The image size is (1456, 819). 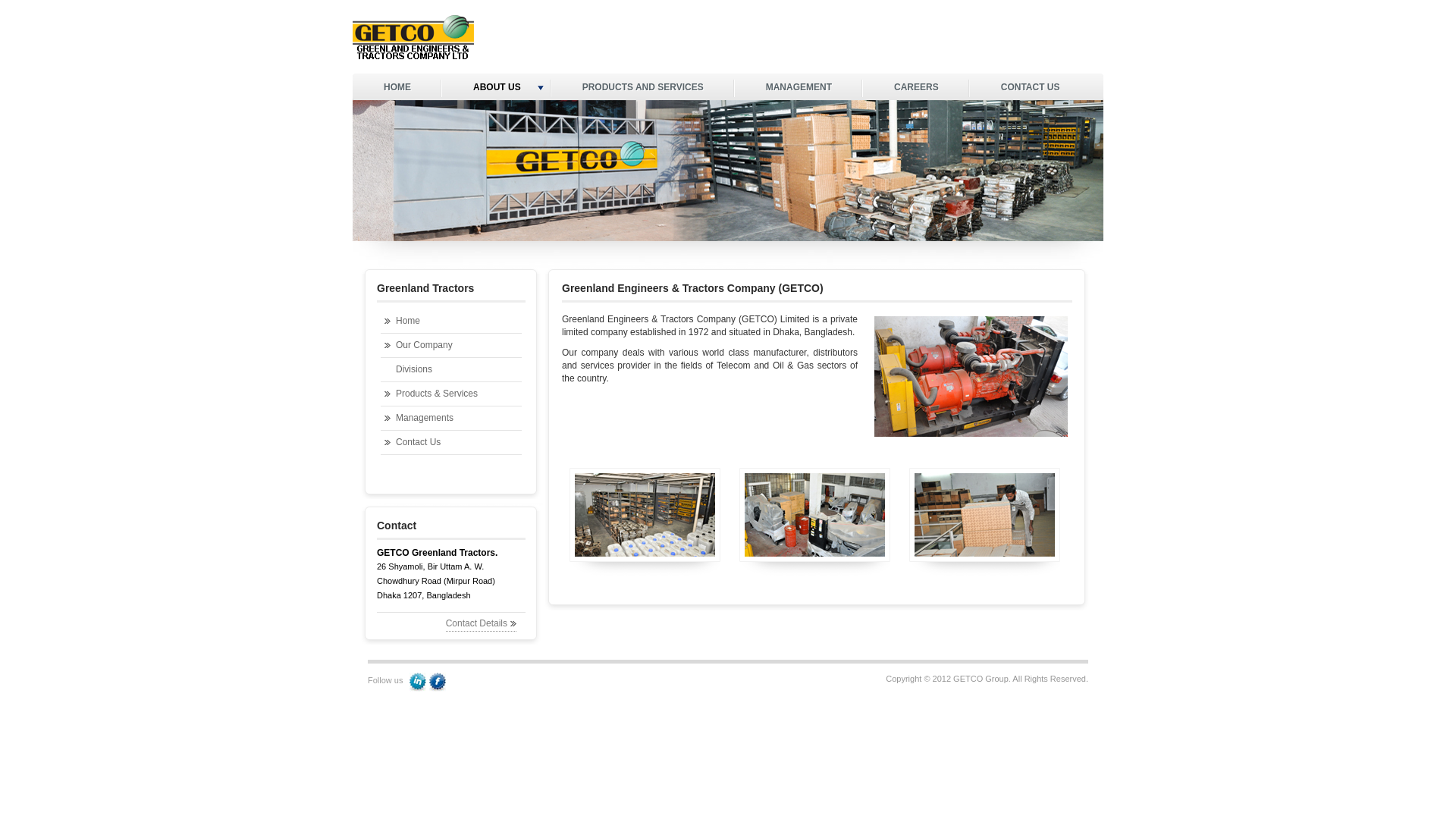 What do you see at coordinates (381, 320) in the screenshot?
I see `'Home'` at bounding box center [381, 320].